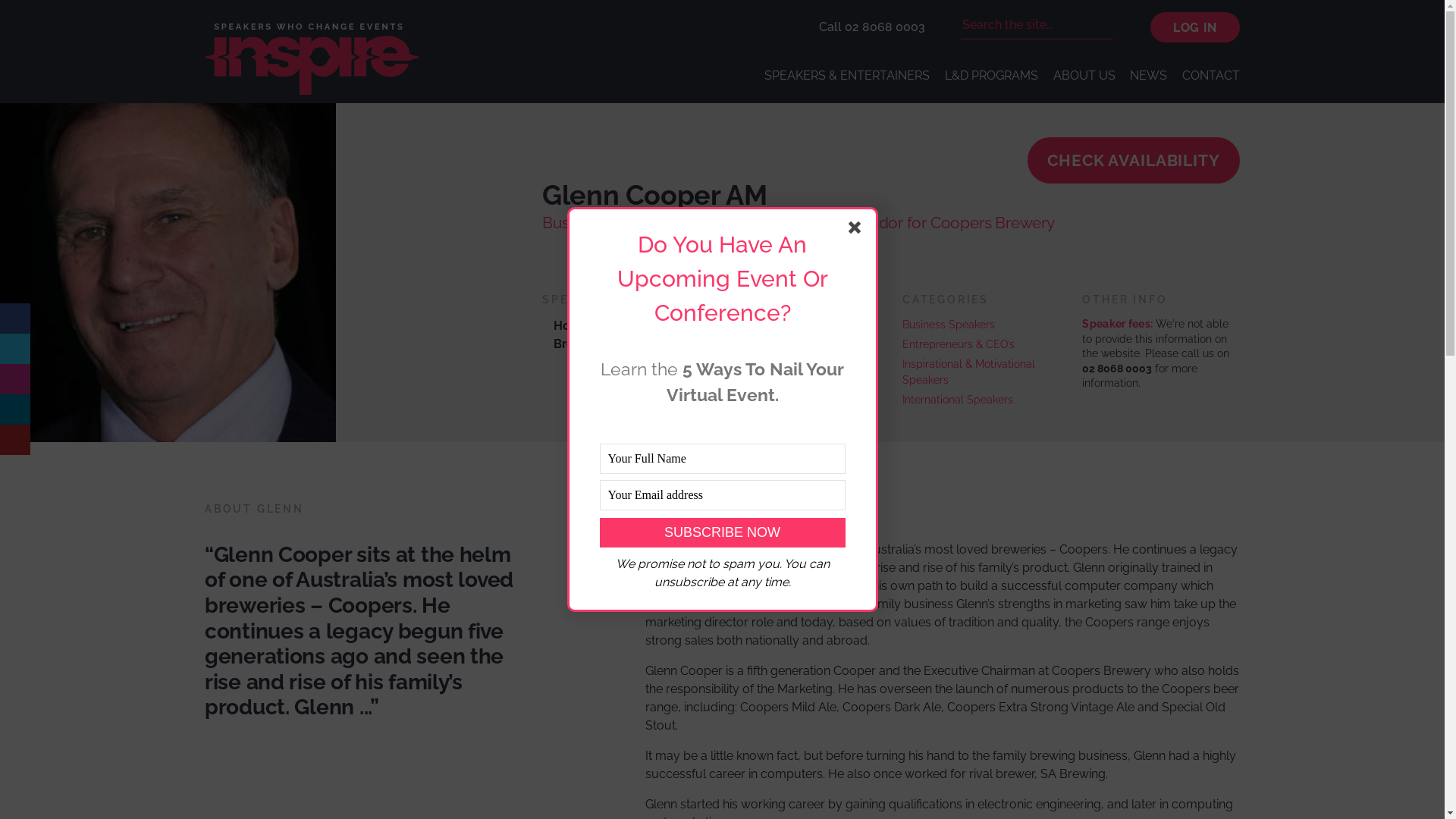  What do you see at coordinates (968, 372) in the screenshot?
I see `'Inspirational & Motivational Speakers'` at bounding box center [968, 372].